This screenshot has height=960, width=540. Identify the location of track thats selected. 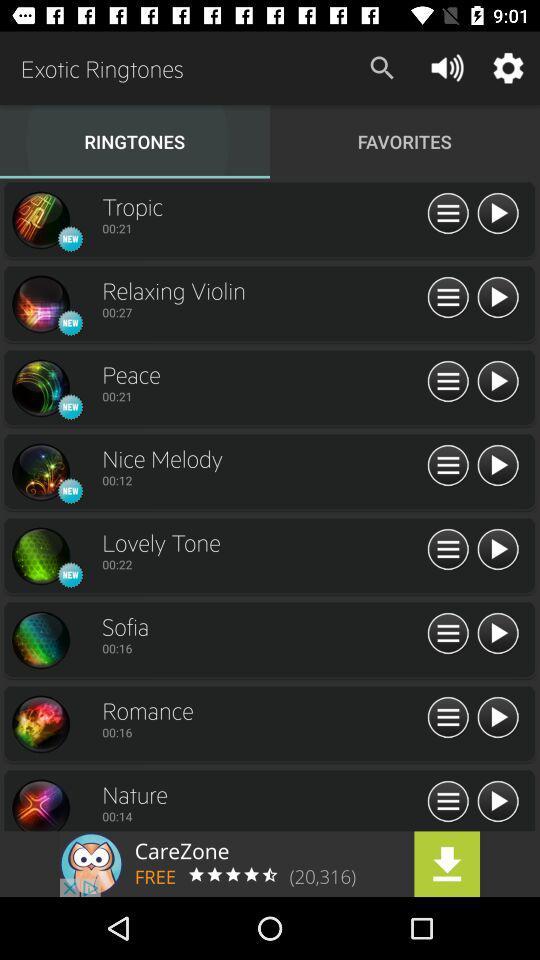
(496, 466).